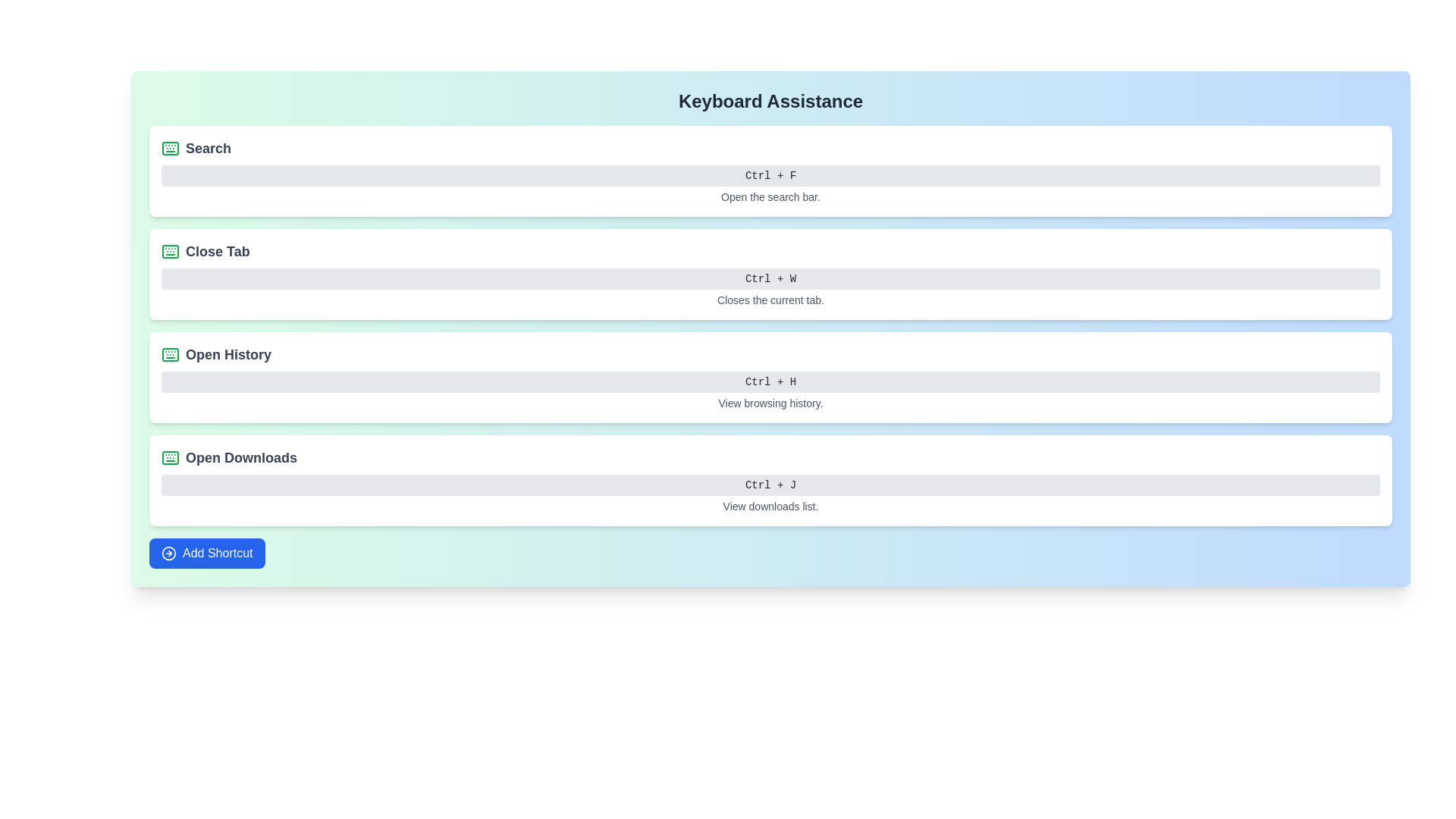  Describe the element at coordinates (227, 354) in the screenshot. I see `the 'Open History' text label, which is styled in a larger, bold, semibold dark gray font and is the third item in the list of shortcut actions` at that location.